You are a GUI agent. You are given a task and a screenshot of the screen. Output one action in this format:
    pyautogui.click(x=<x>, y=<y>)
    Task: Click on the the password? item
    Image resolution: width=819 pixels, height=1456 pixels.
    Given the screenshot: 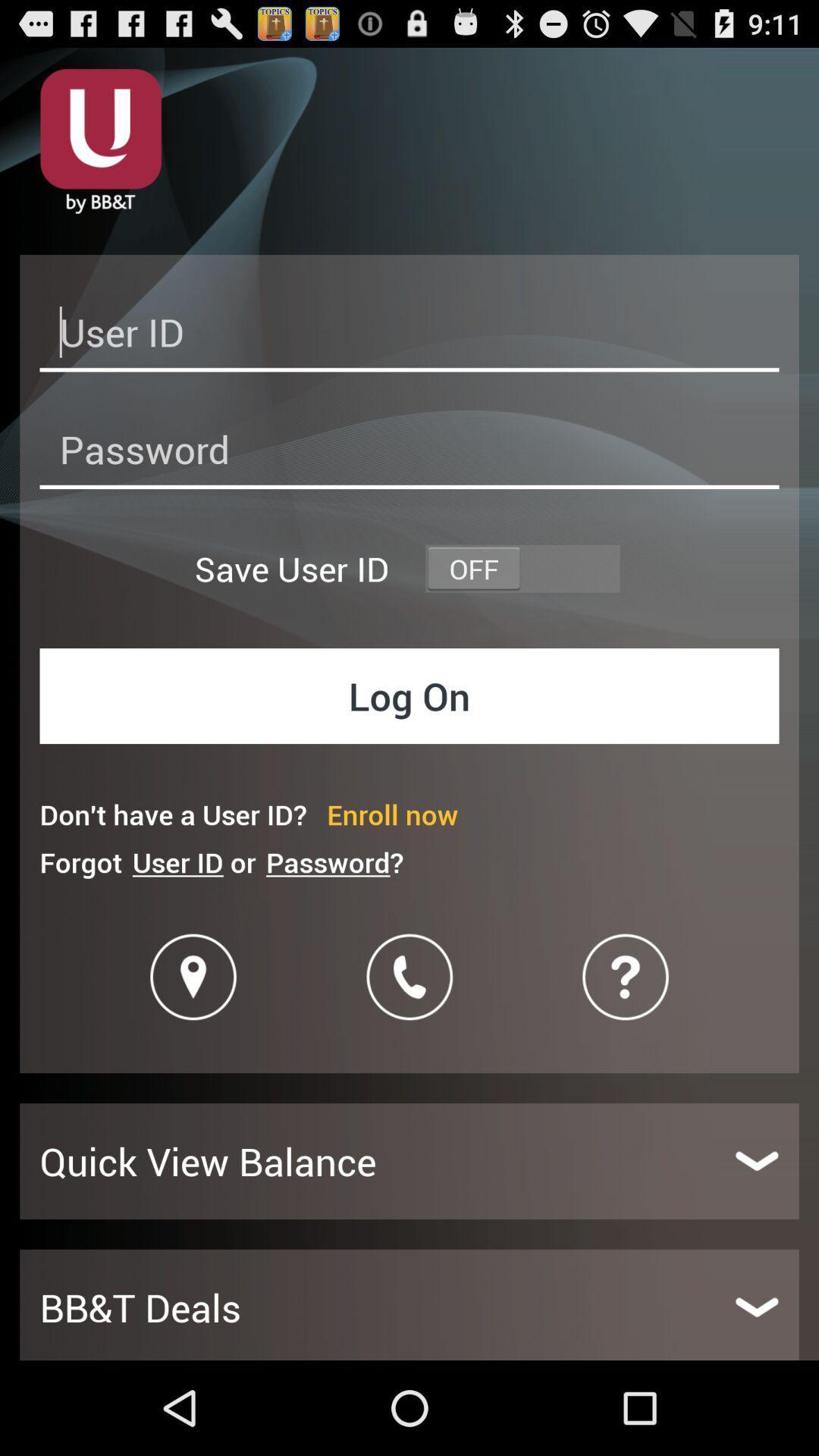 What is the action you would take?
    pyautogui.click(x=334, y=862)
    